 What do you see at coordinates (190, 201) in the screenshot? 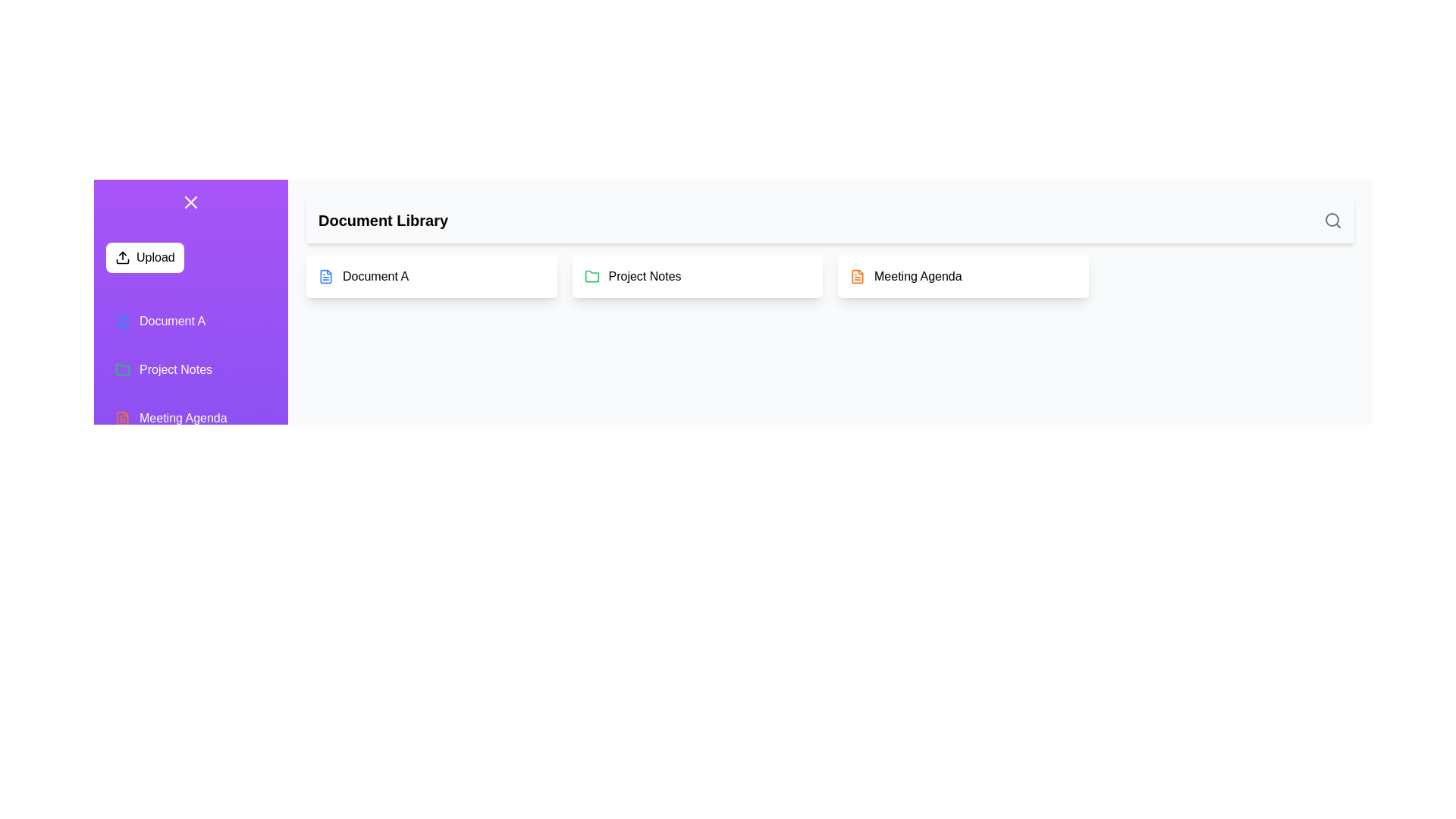
I see `the toggle button located at the top-left corner of the drawer to toggle its visibility` at bounding box center [190, 201].